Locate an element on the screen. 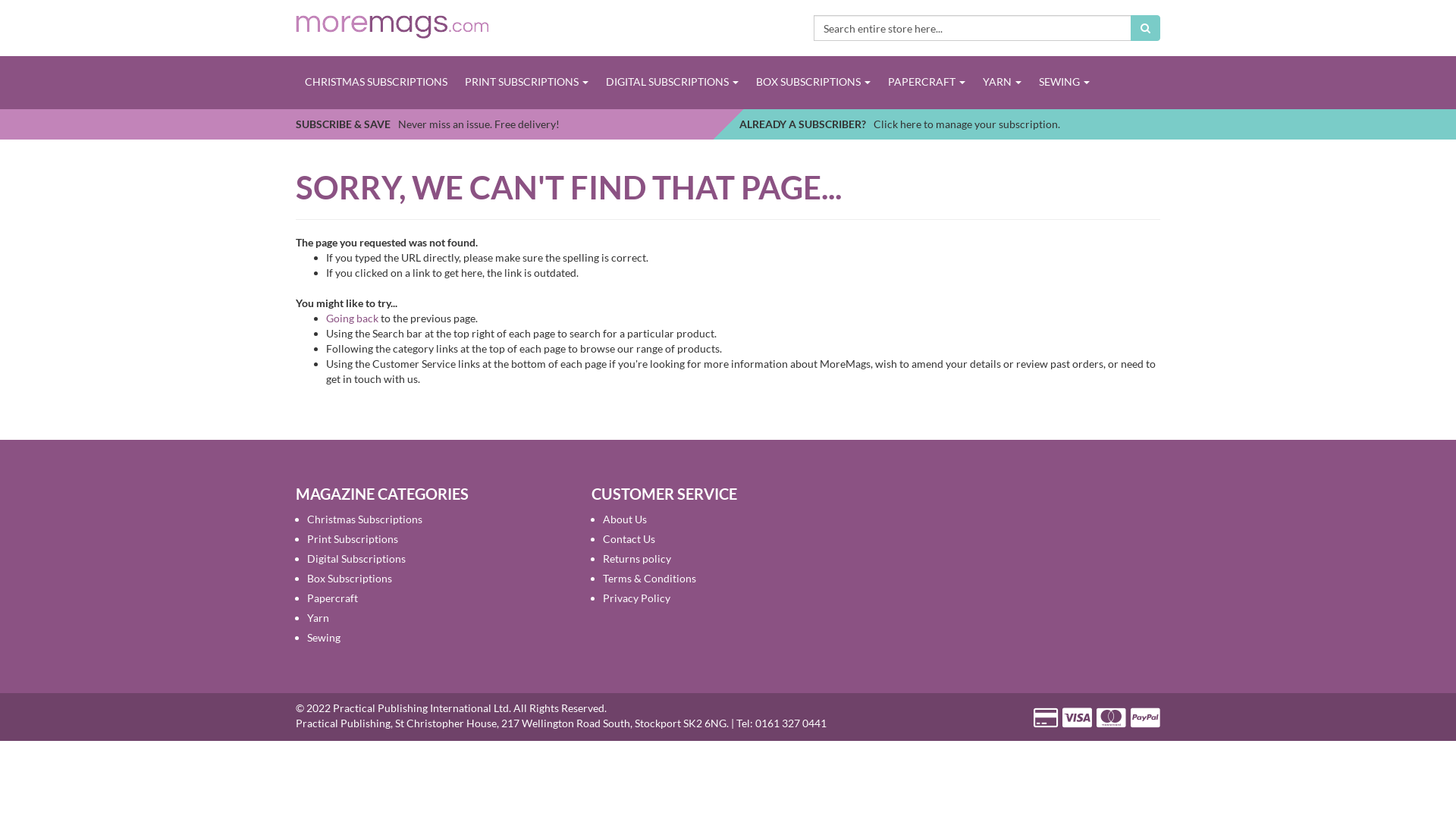  'Going back' is located at coordinates (351, 317).